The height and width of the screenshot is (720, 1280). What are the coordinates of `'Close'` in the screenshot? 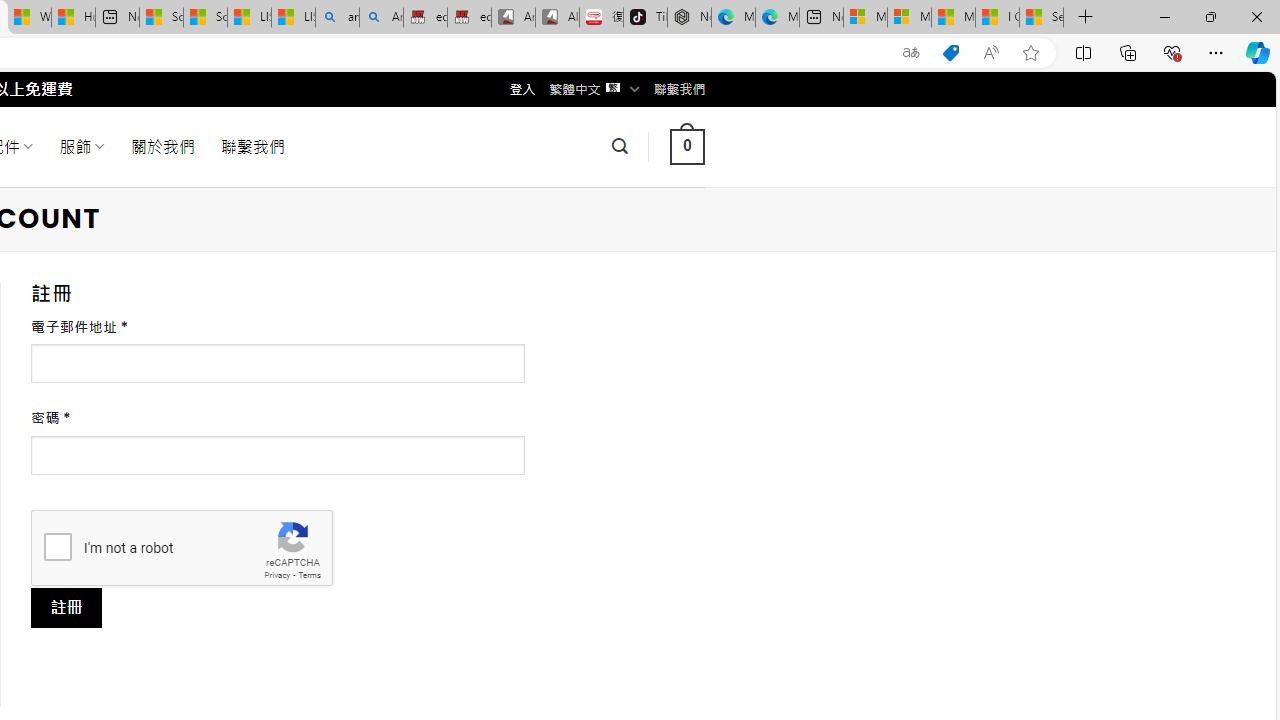 It's located at (1255, 16).